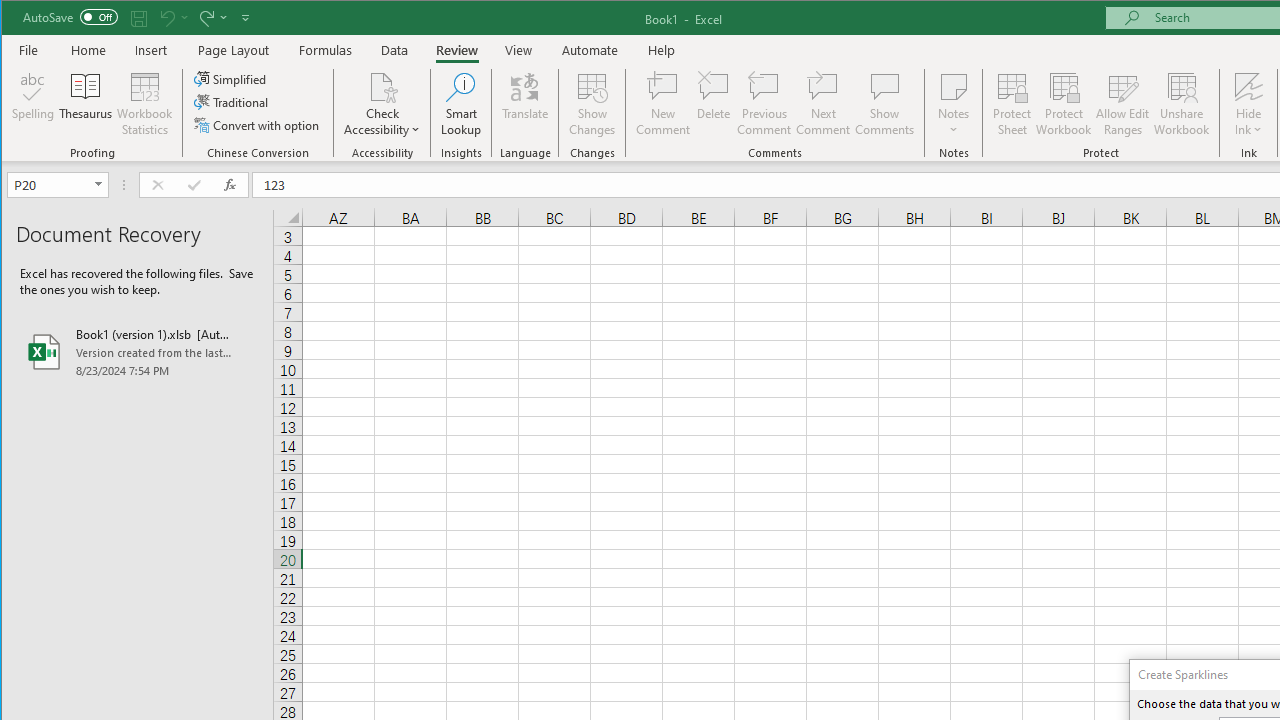 The image size is (1280, 720). What do you see at coordinates (460, 104) in the screenshot?
I see `'Smart Lookup'` at bounding box center [460, 104].